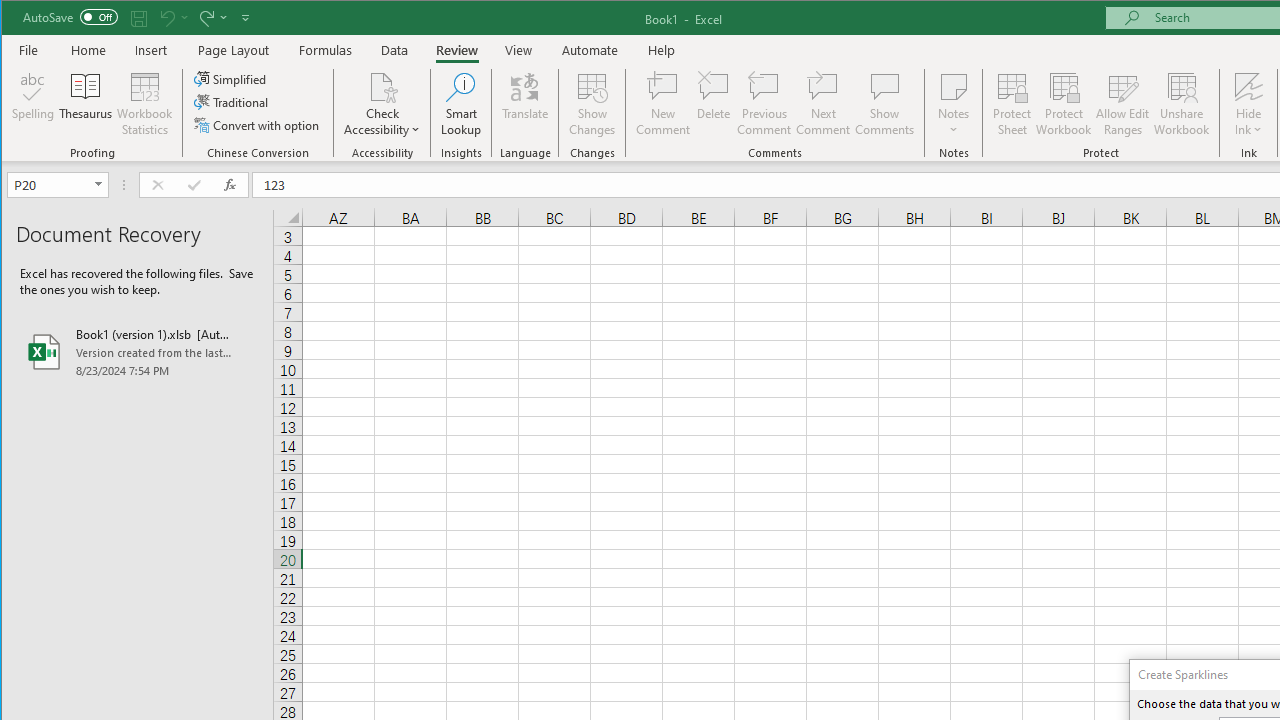 The image size is (1280, 720). What do you see at coordinates (460, 104) in the screenshot?
I see `'Smart Lookup'` at bounding box center [460, 104].